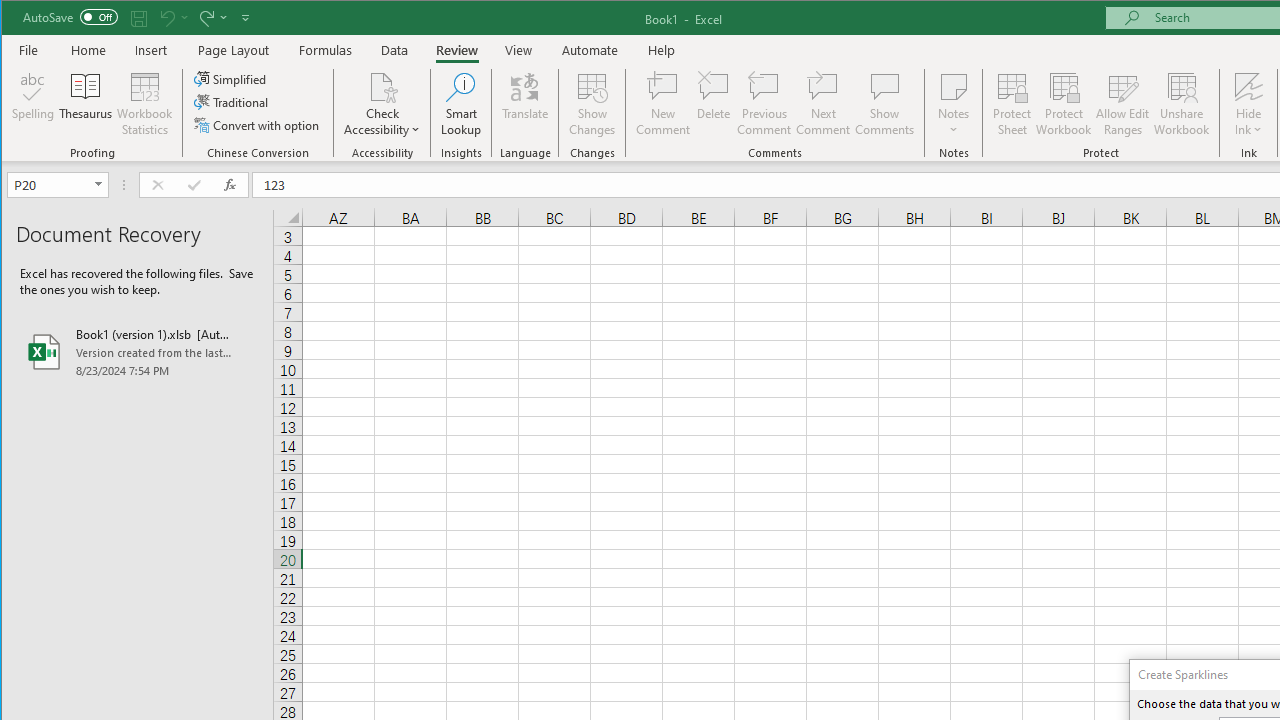 The image size is (1280, 720). What do you see at coordinates (460, 104) in the screenshot?
I see `'Smart Lookup'` at bounding box center [460, 104].